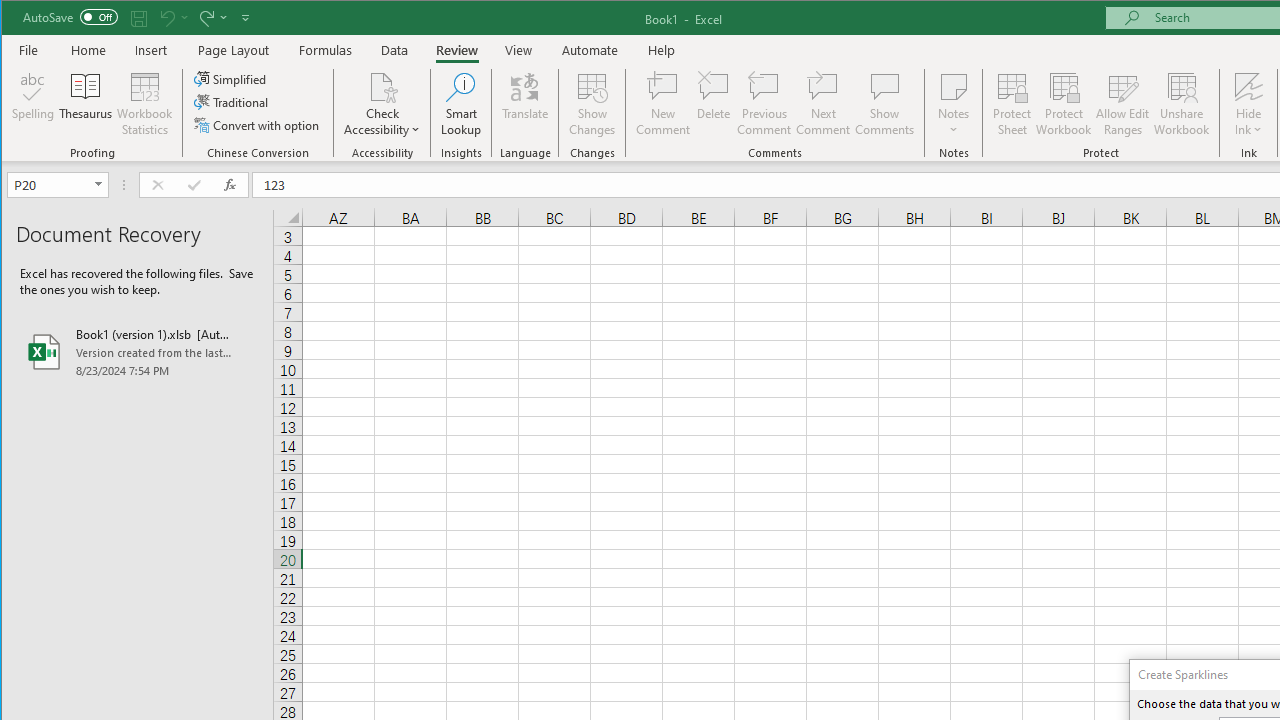 The image size is (1280, 720). What do you see at coordinates (460, 104) in the screenshot?
I see `'Smart Lookup'` at bounding box center [460, 104].